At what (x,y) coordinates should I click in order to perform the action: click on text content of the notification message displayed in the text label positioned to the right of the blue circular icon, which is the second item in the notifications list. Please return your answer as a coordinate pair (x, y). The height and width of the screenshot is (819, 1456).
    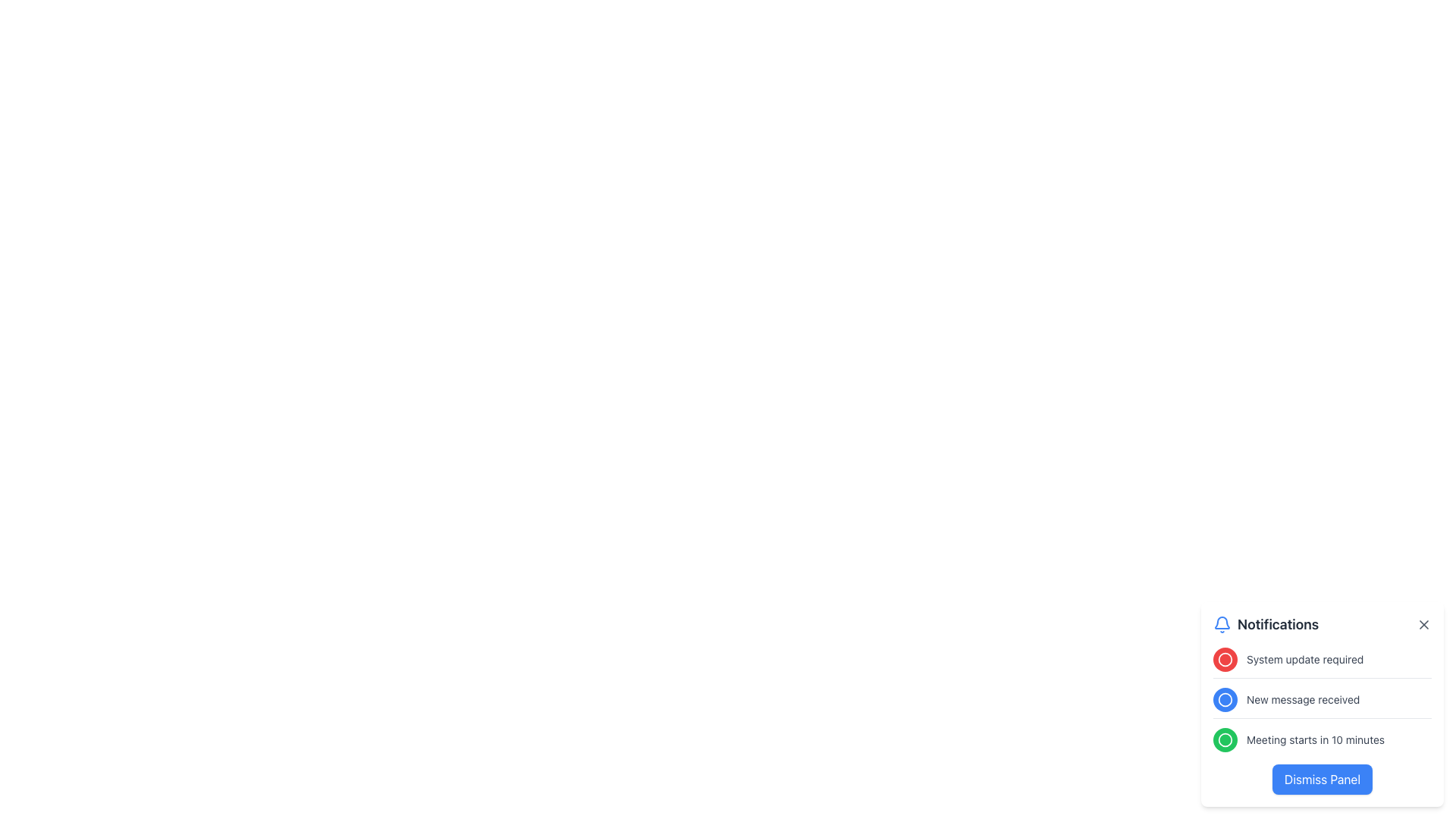
    Looking at the image, I should click on (1302, 699).